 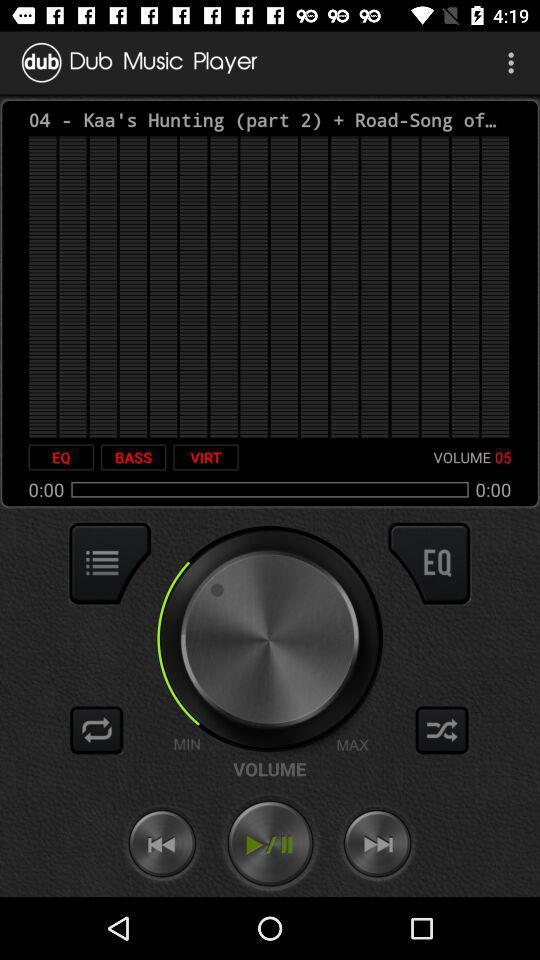 I want to click on virt, so click(x=205, y=457).